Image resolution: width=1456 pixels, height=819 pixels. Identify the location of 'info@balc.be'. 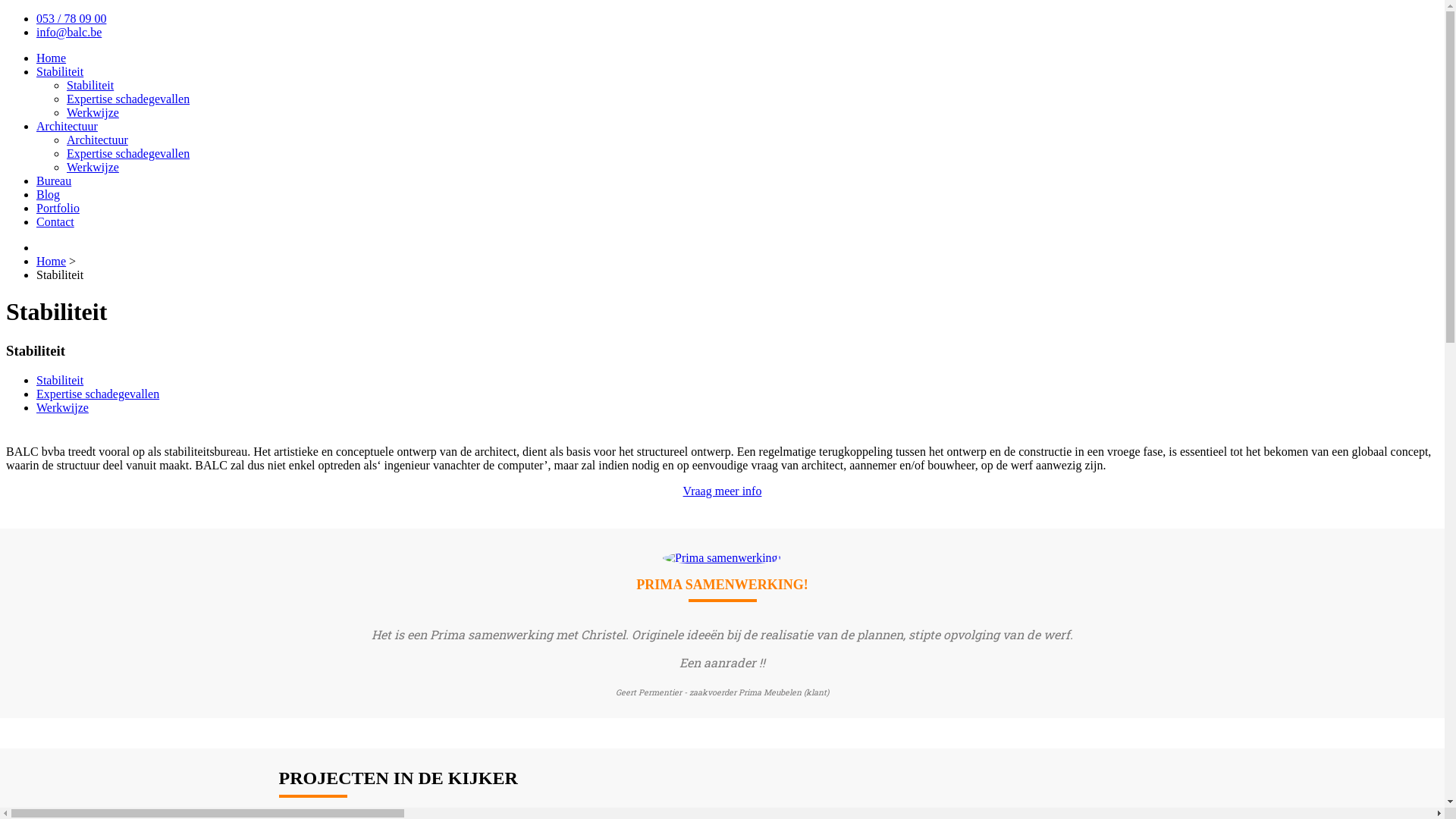
(68, 32).